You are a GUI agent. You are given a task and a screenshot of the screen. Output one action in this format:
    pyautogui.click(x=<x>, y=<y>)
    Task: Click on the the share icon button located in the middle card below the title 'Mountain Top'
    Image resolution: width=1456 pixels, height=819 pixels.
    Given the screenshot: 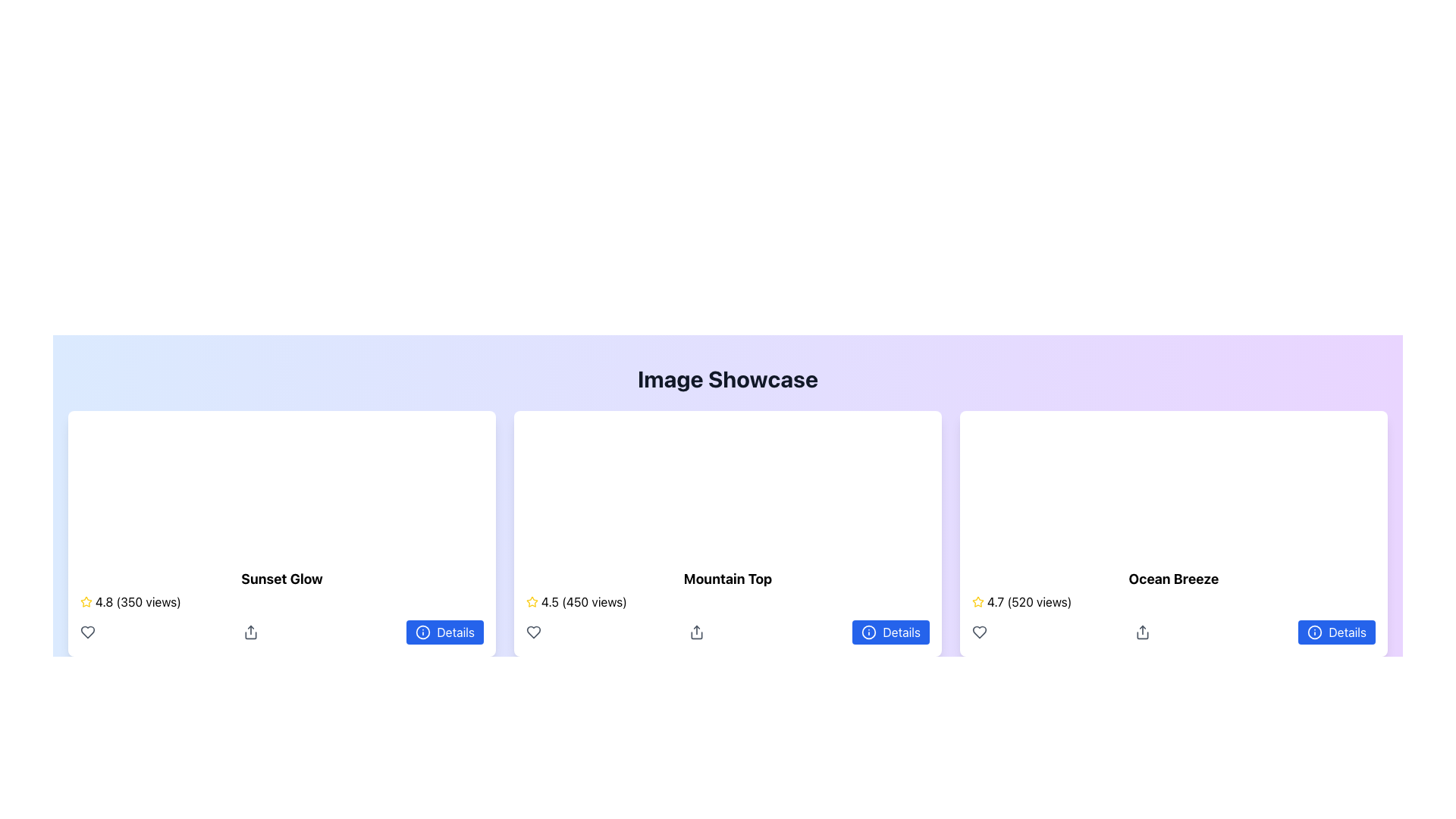 What is the action you would take?
    pyautogui.click(x=696, y=632)
    